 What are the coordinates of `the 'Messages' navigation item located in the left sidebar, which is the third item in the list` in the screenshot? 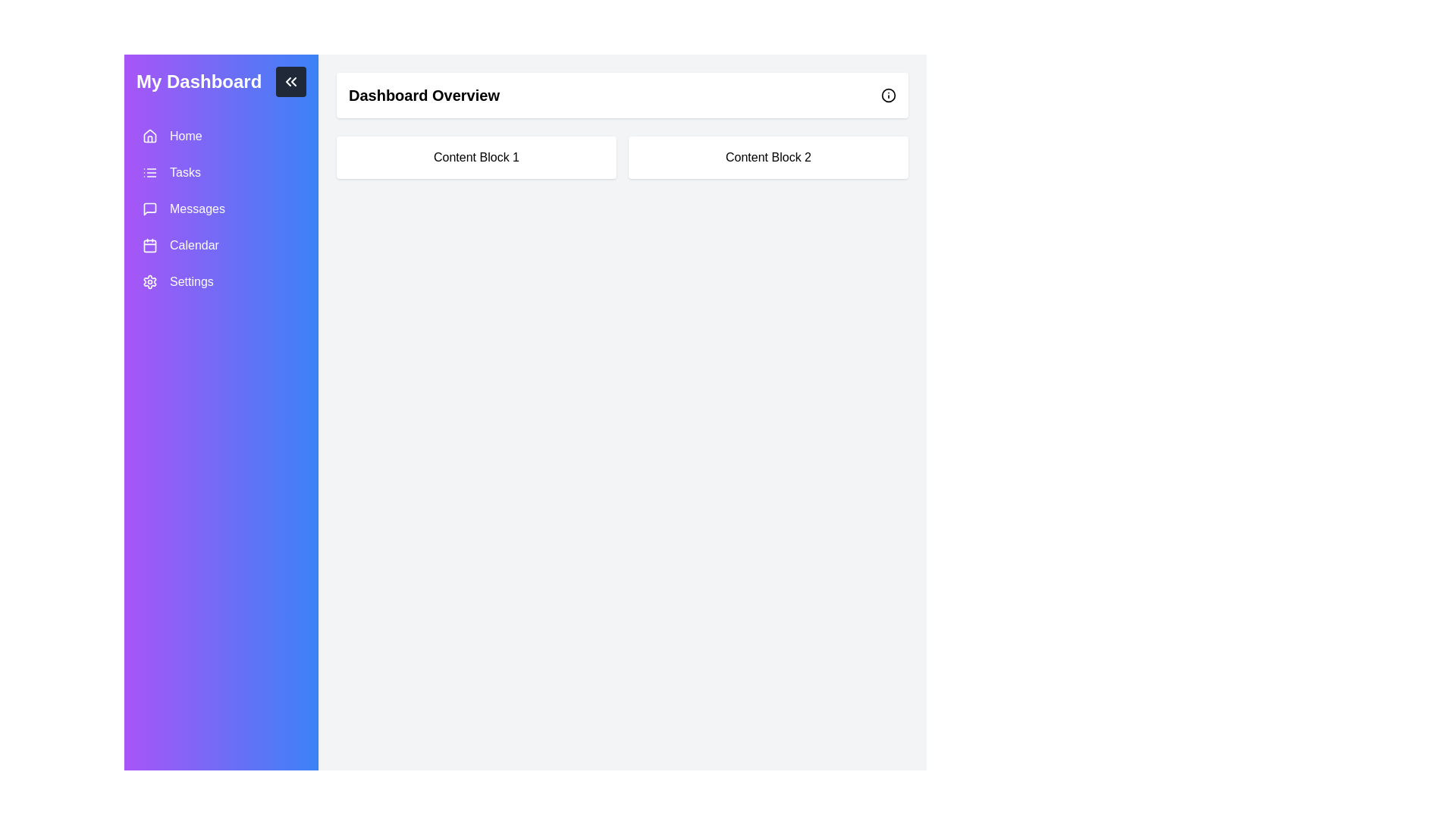 It's located at (221, 209).